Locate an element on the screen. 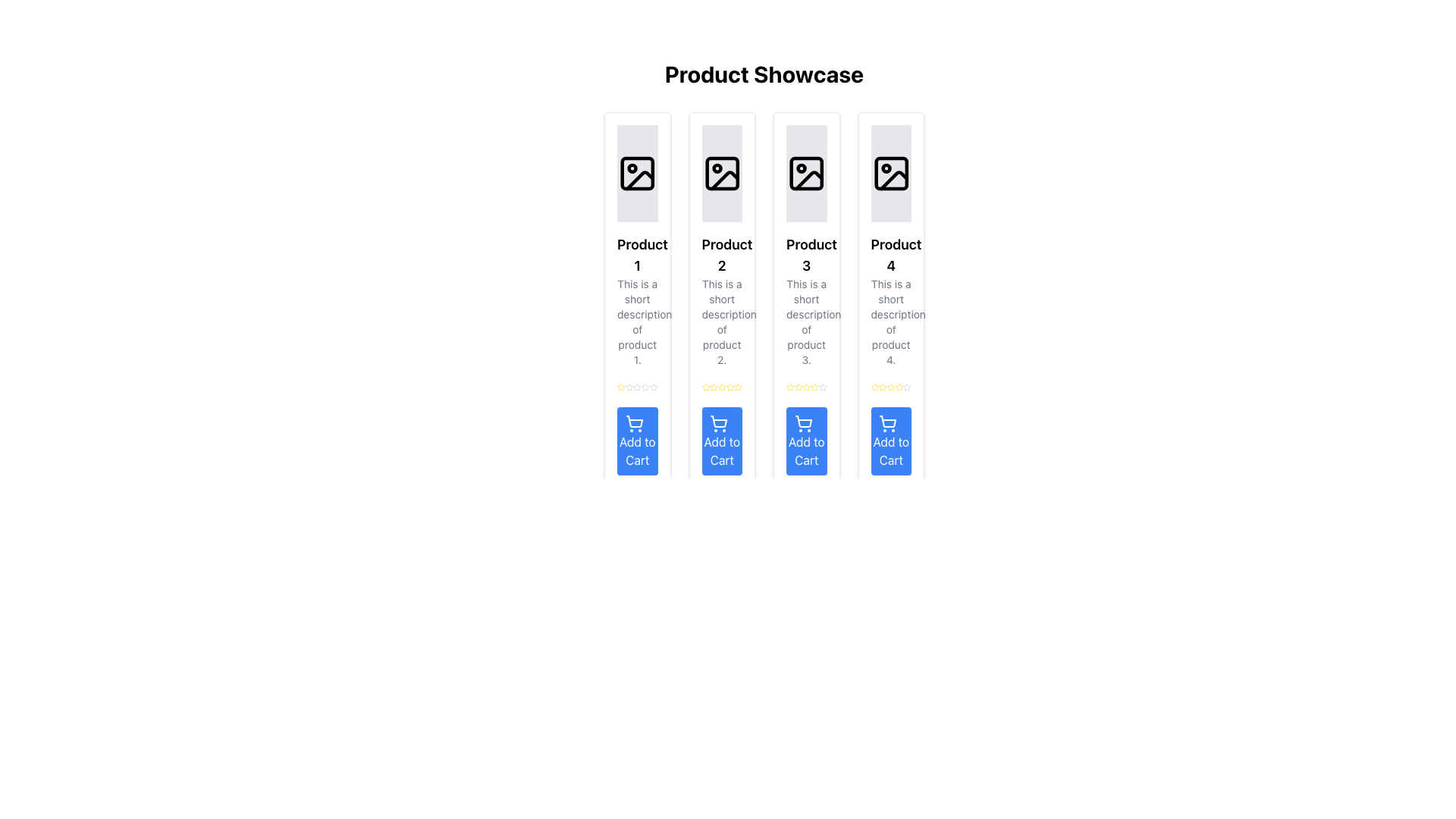 The height and width of the screenshot is (819, 1456). the third gray-colored star icon in the rating system below the 'Product 1' description is located at coordinates (629, 386).